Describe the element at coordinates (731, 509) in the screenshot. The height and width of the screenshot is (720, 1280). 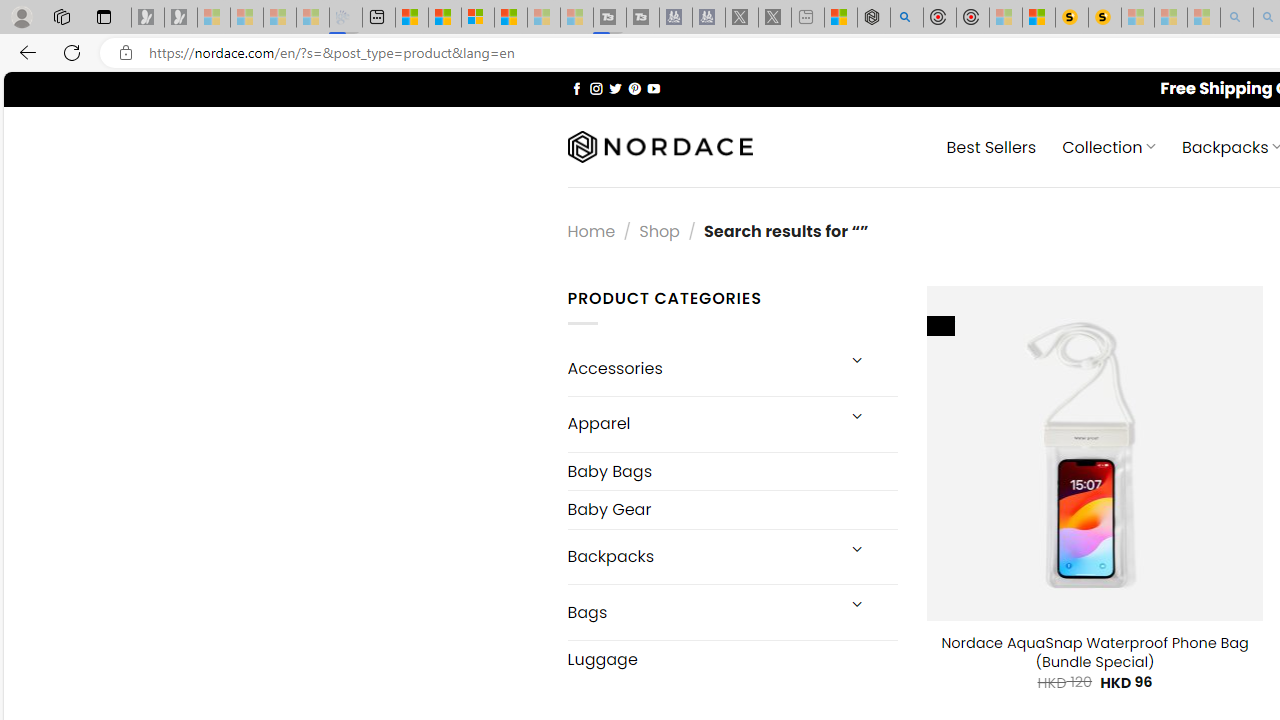
I see `'Baby Gear'` at that location.